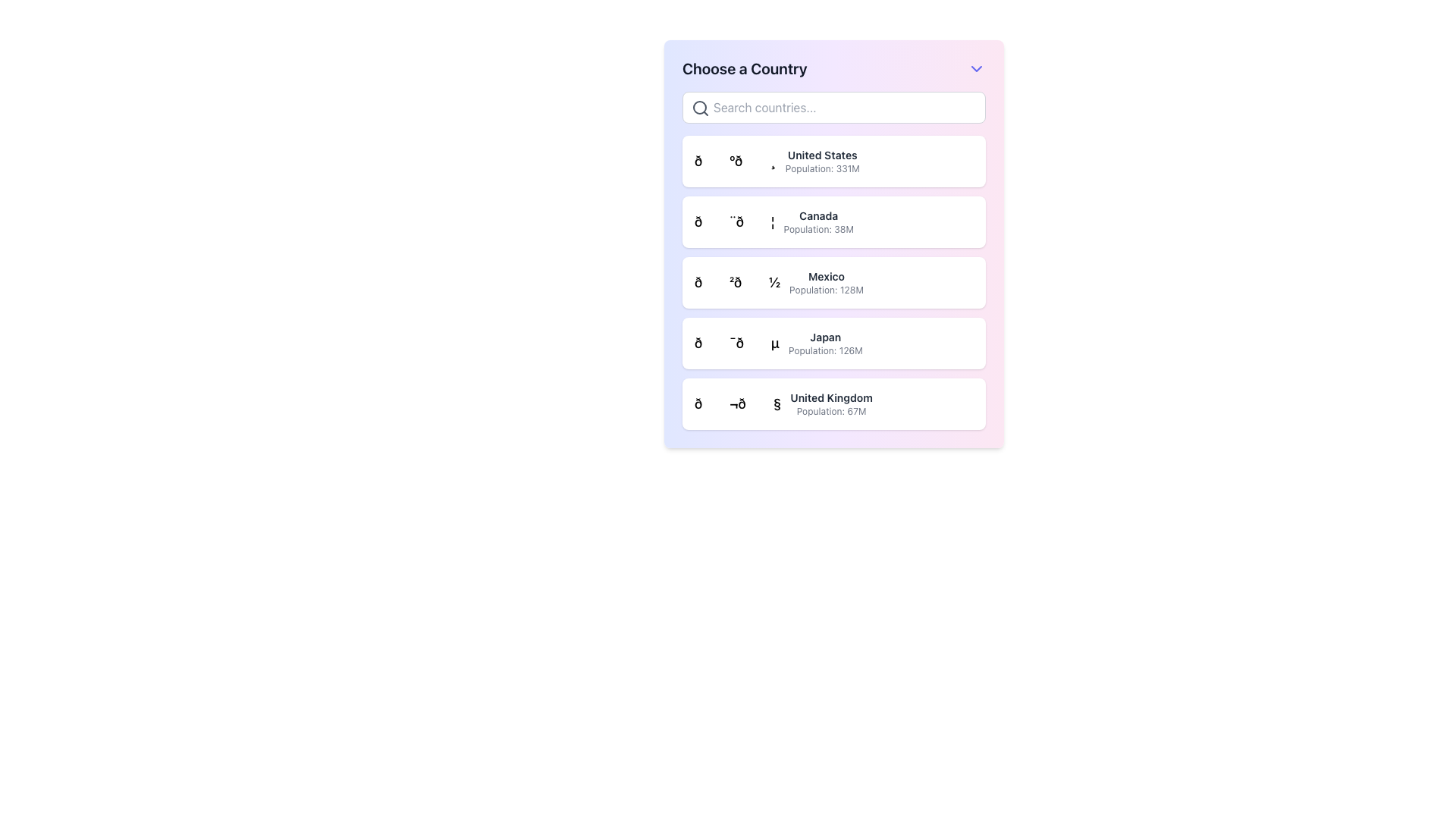 This screenshot has width=1456, height=819. What do you see at coordinates (777, 161) in the screenshot?
I see `the first list item under the 'Choose a Country' section` at bounding box center [777, 161].